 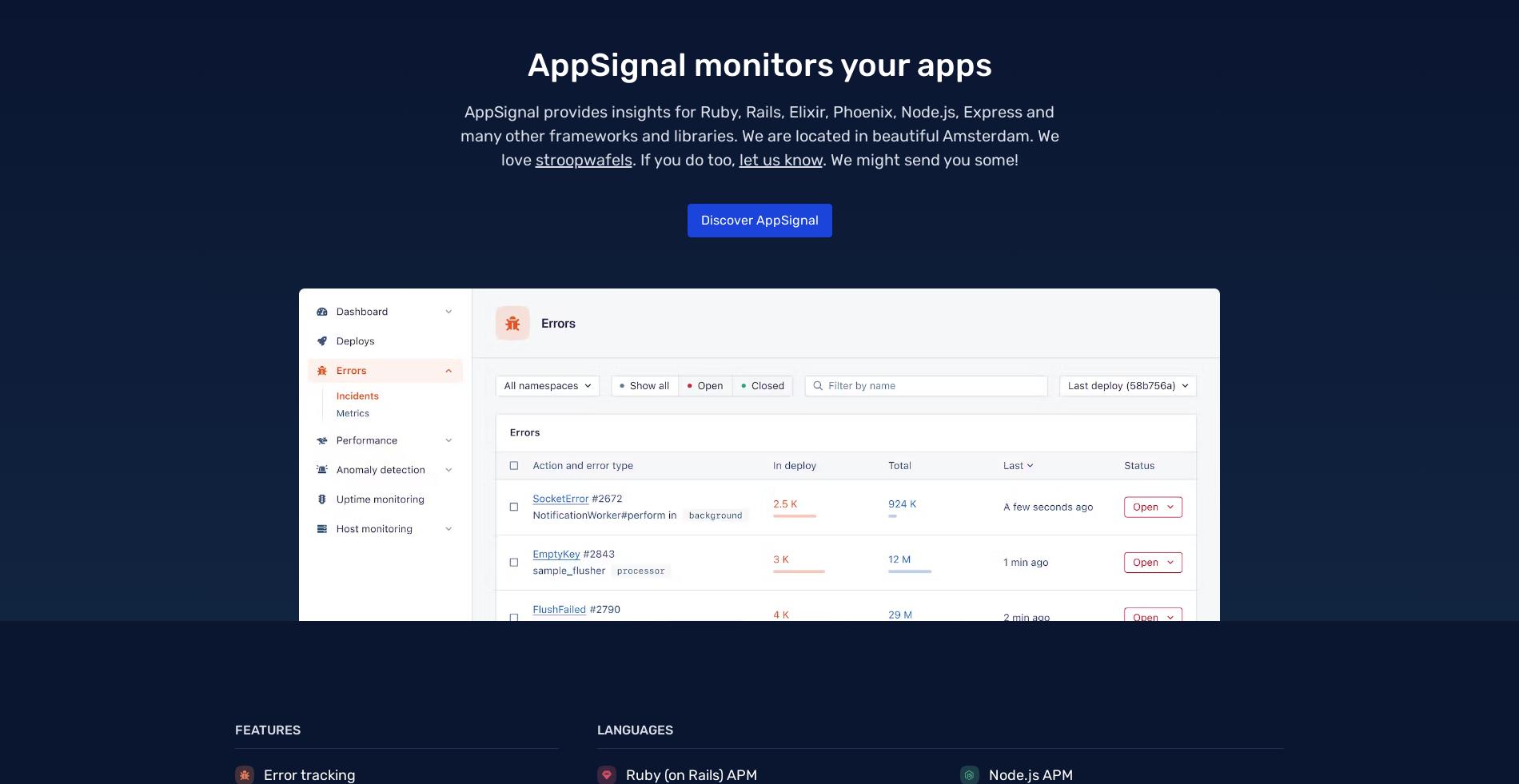 What do you see at coordinates (780, 159) in the screenshot?
I see `'let us know'` at bounding box center [780, 159].